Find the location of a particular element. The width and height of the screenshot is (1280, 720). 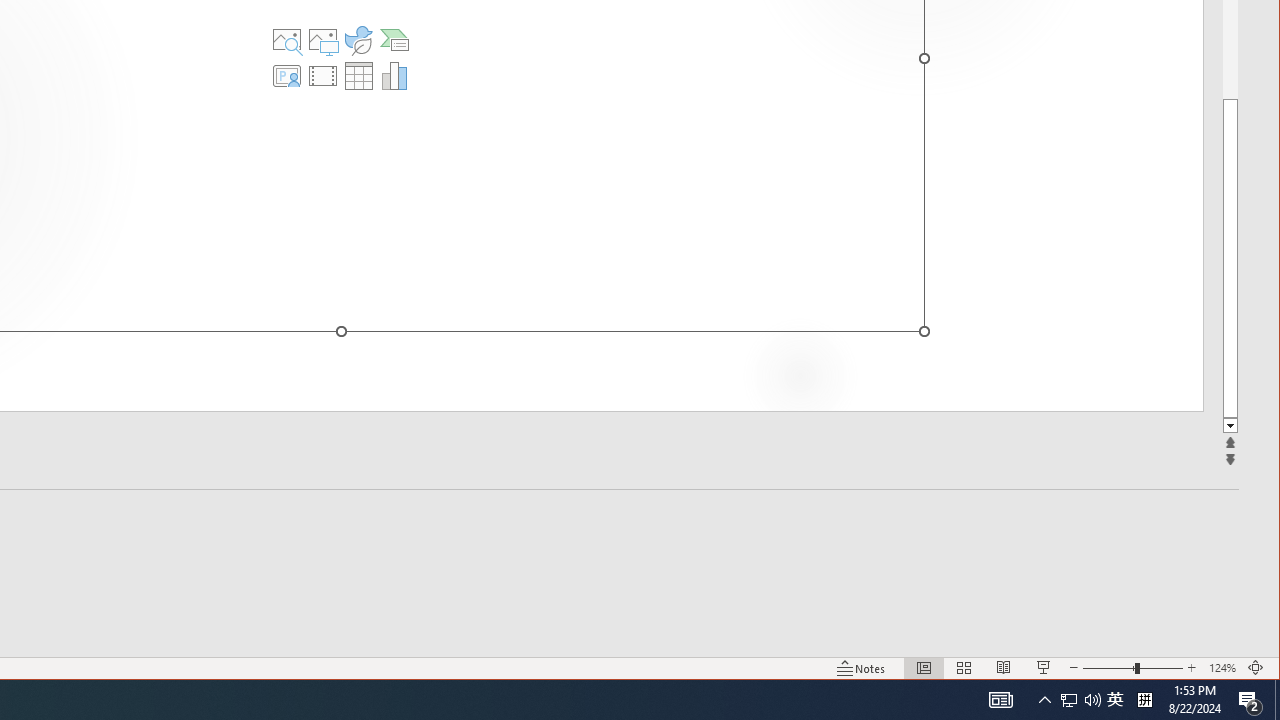

'Pictures' is located at coordinates (323, 39).